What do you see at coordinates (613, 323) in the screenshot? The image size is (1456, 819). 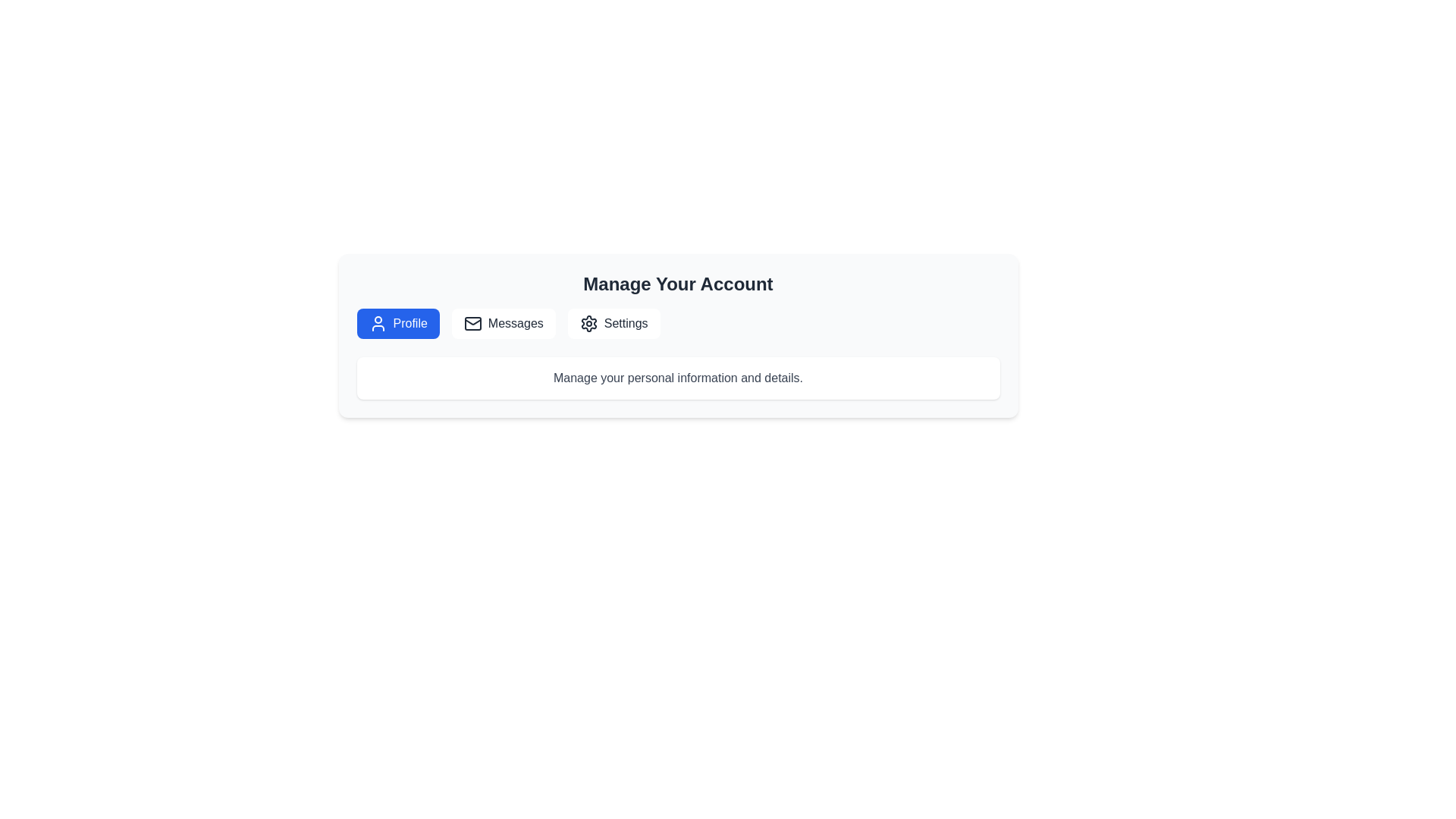 I see `the 'Settings' button with a gear icon` at bounding box center [613, 323].